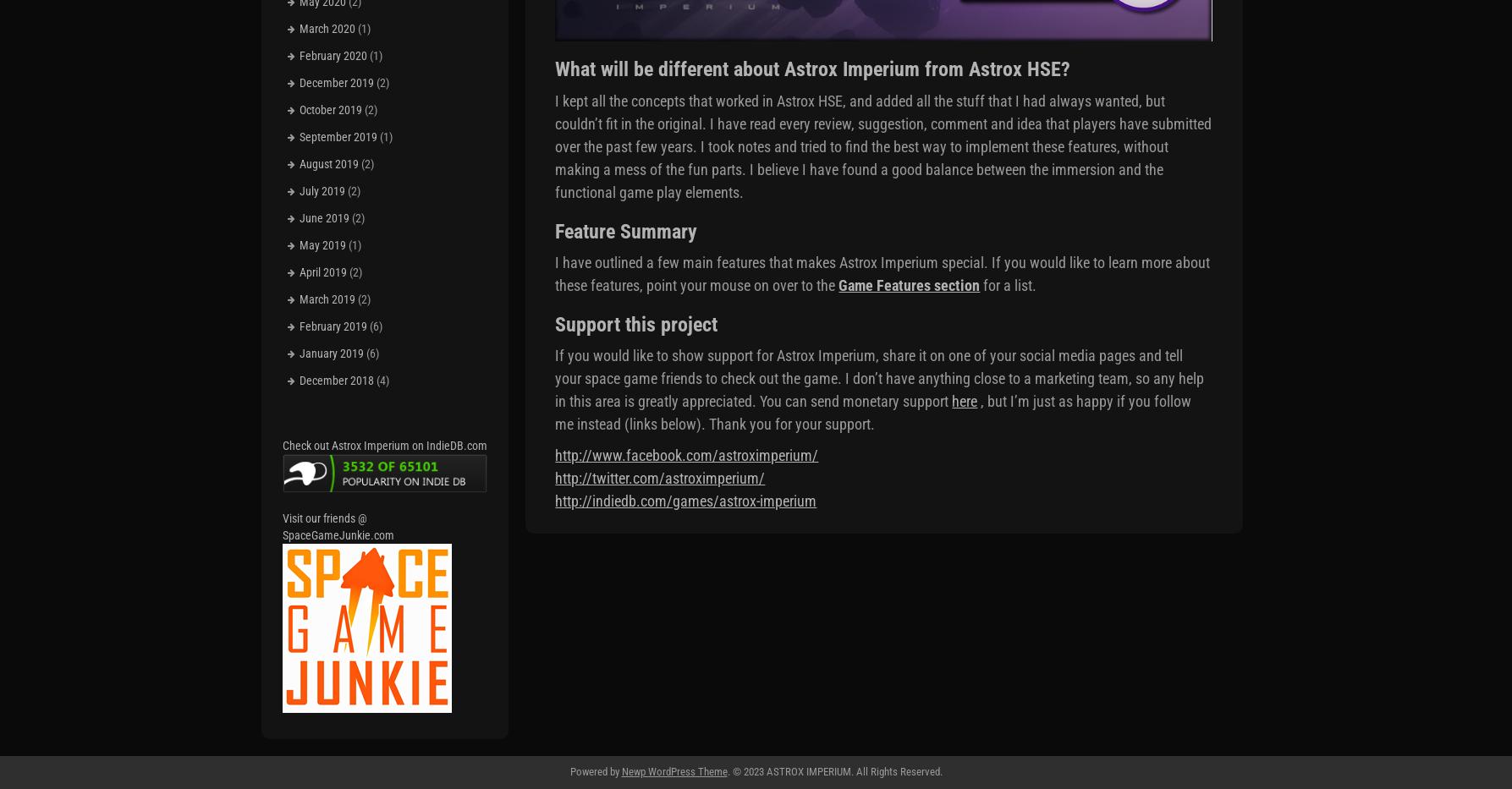 The image size is (1512, 789). Describe the element at coordinates (336, 378) in the screenshot. I see `'December 2018'` at that location.